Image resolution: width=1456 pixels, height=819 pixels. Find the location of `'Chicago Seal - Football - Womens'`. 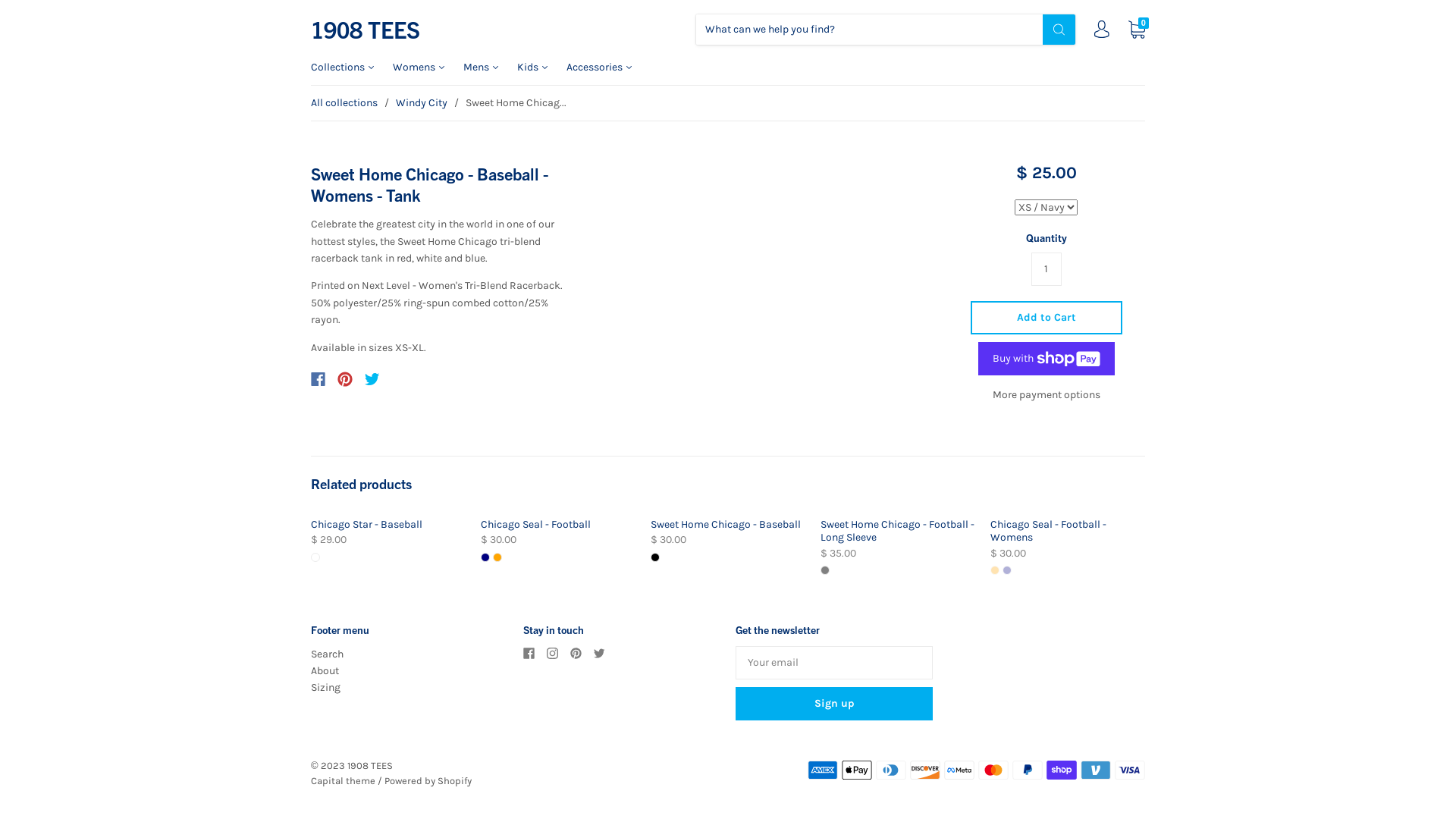

'Chicago Seal - Football - Womens' is located at coordinates (1047, 530).